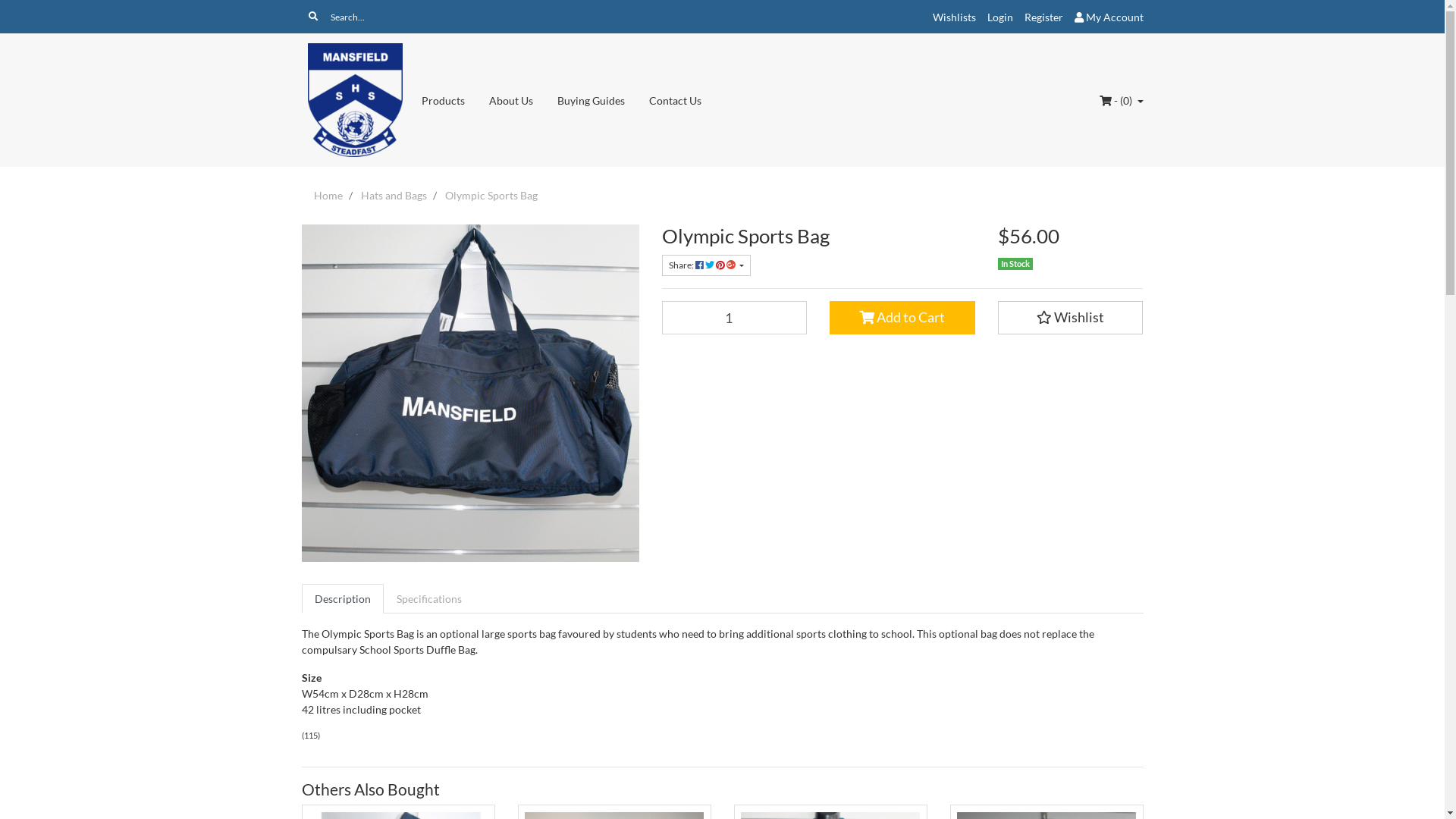  Describe the element at coordinates (1042, 17) in the screenshot. I see `'Register'` at that location.